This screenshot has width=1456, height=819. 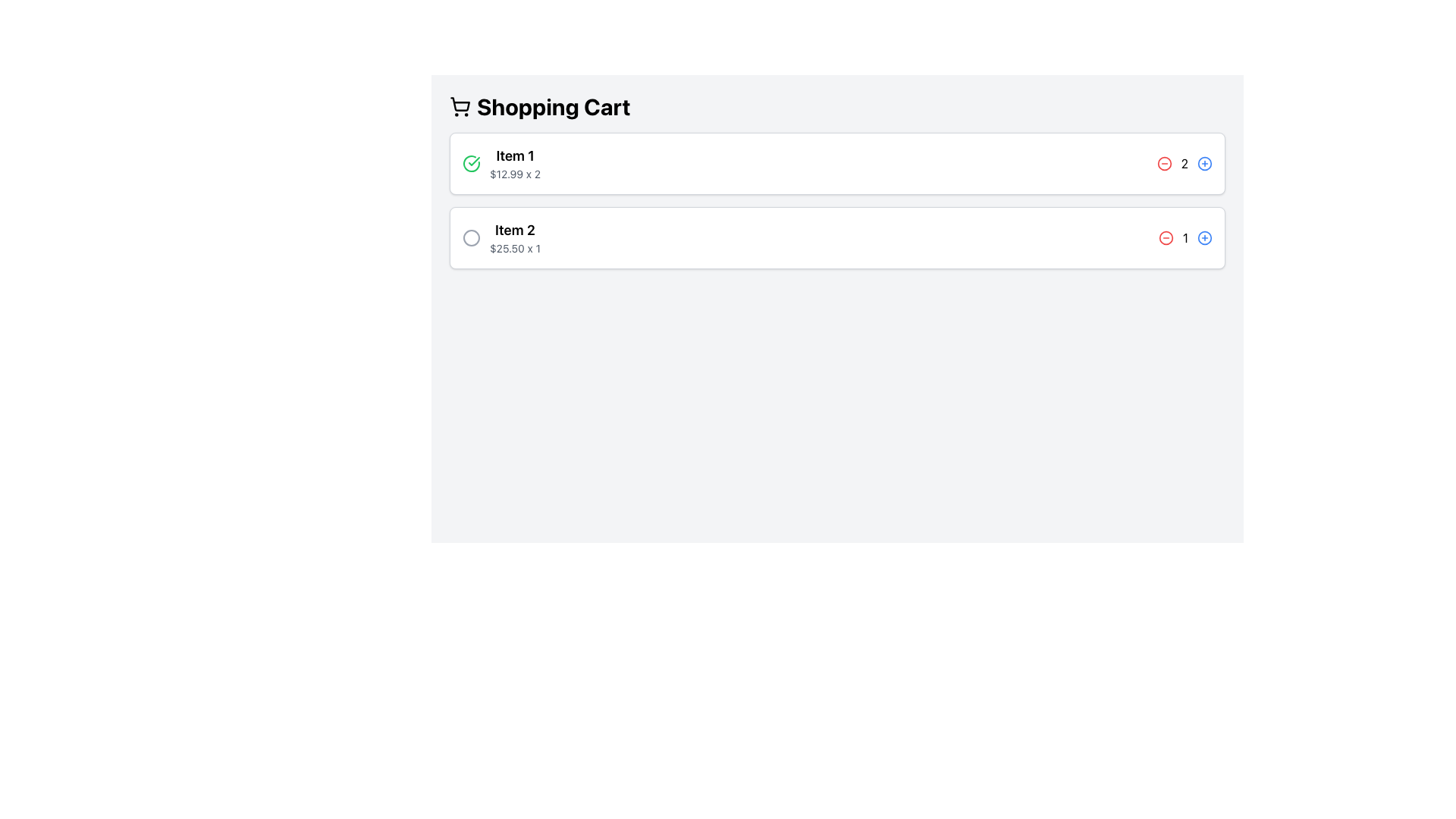 I want to click on details of the first item in the shopping cart displayed by the text label positioned above 'Item 2' and to the right of the green checkmark icon, so click(x=515, y=164).